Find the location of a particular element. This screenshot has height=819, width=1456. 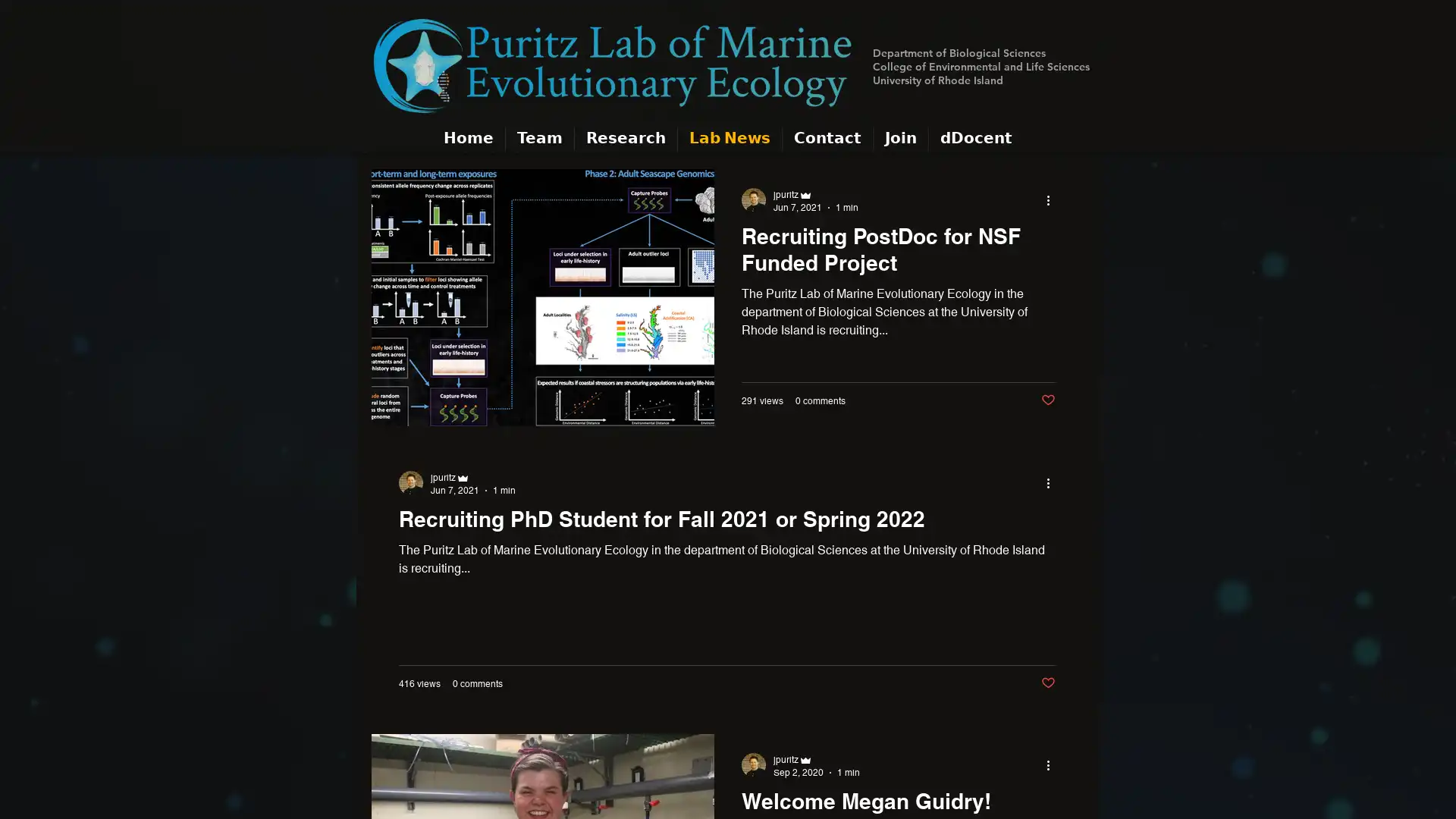

Post not marked as liked is located at coordinates (1047, 400).